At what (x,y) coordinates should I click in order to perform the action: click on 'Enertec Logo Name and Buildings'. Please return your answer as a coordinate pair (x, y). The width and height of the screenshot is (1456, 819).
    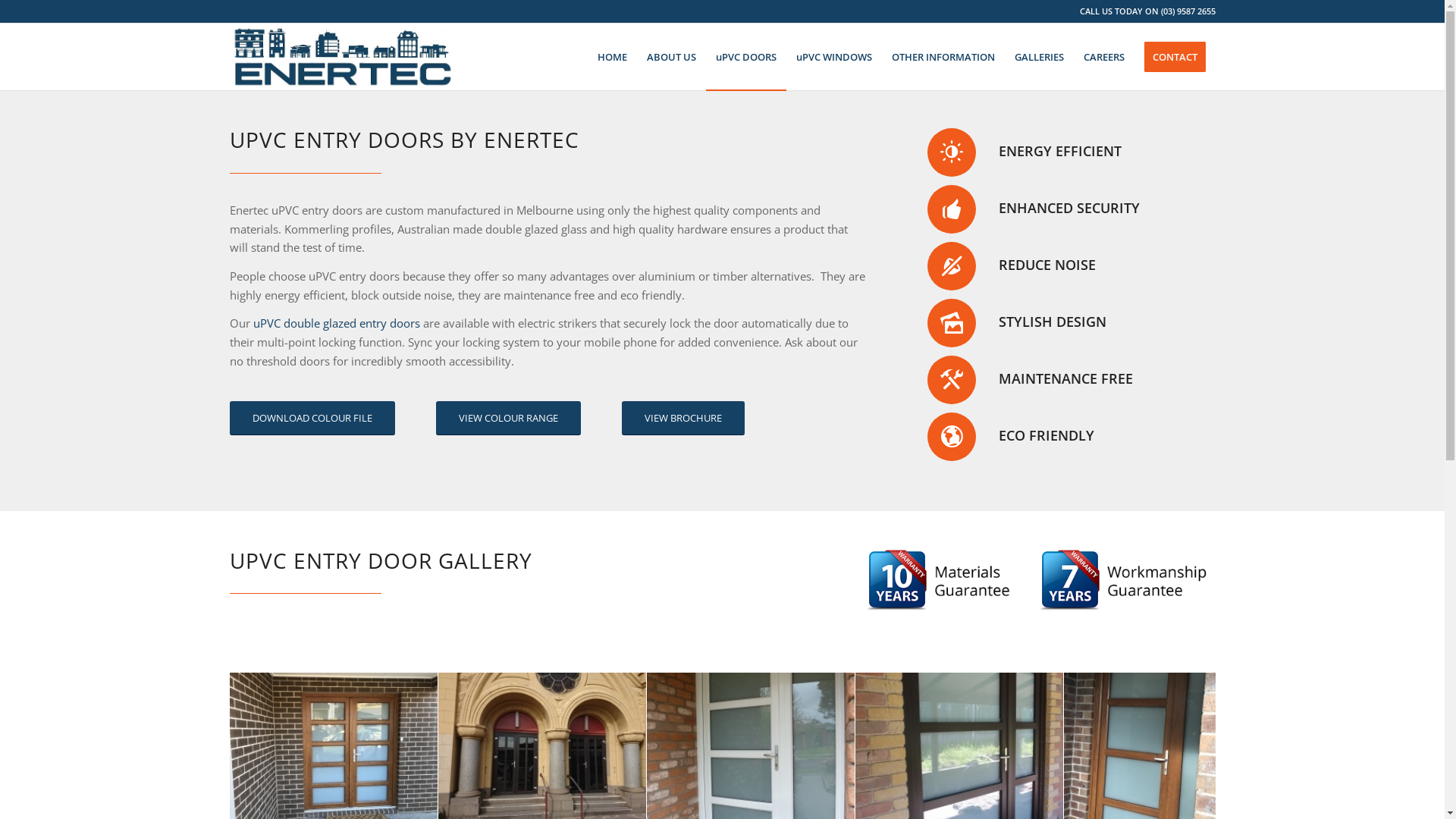
    Looking at the image, I should click on (341, 55).